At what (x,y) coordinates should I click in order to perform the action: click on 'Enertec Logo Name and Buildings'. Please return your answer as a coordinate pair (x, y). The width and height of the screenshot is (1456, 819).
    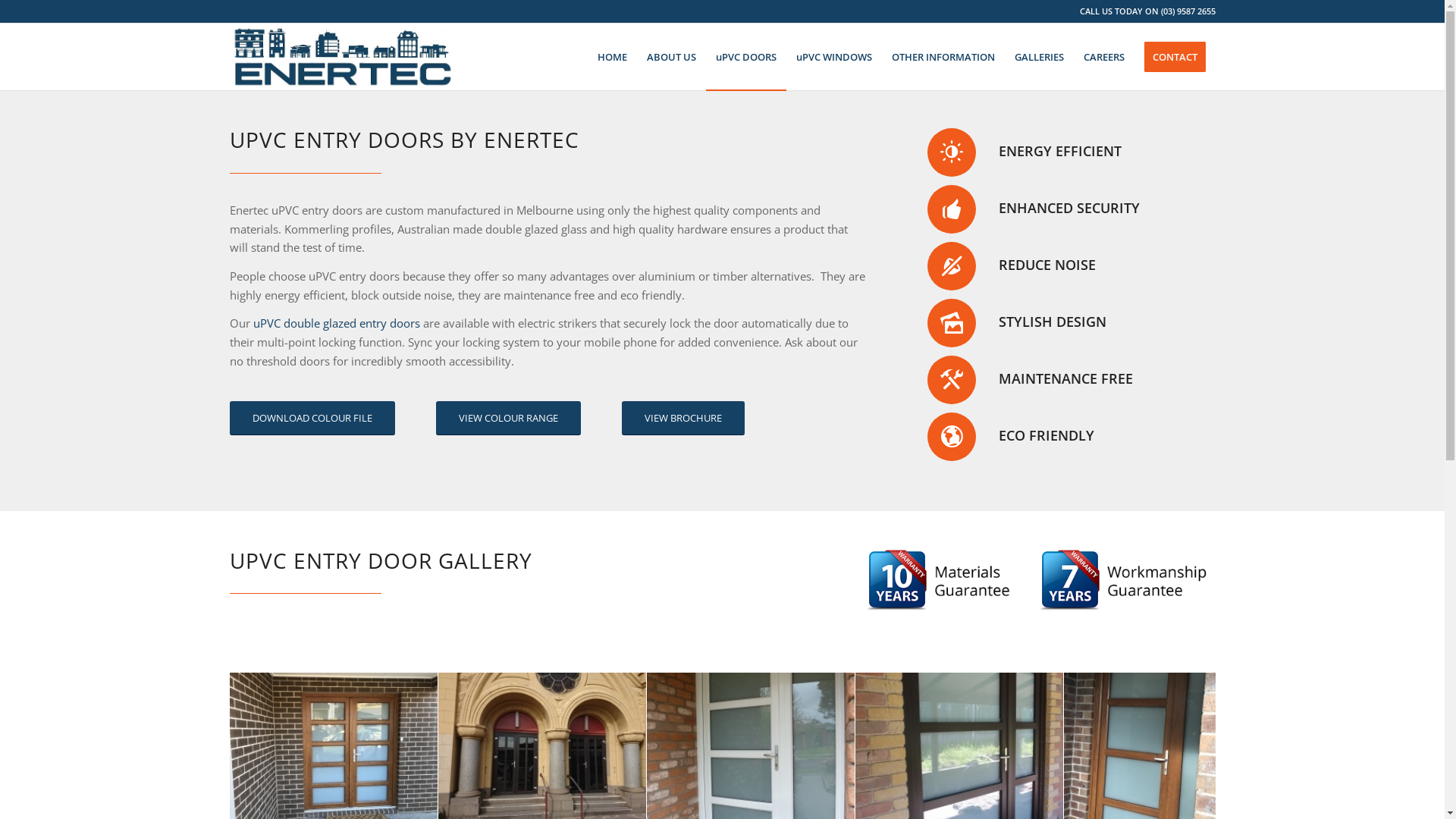
    Looking at the image, I should click on (341, 55).